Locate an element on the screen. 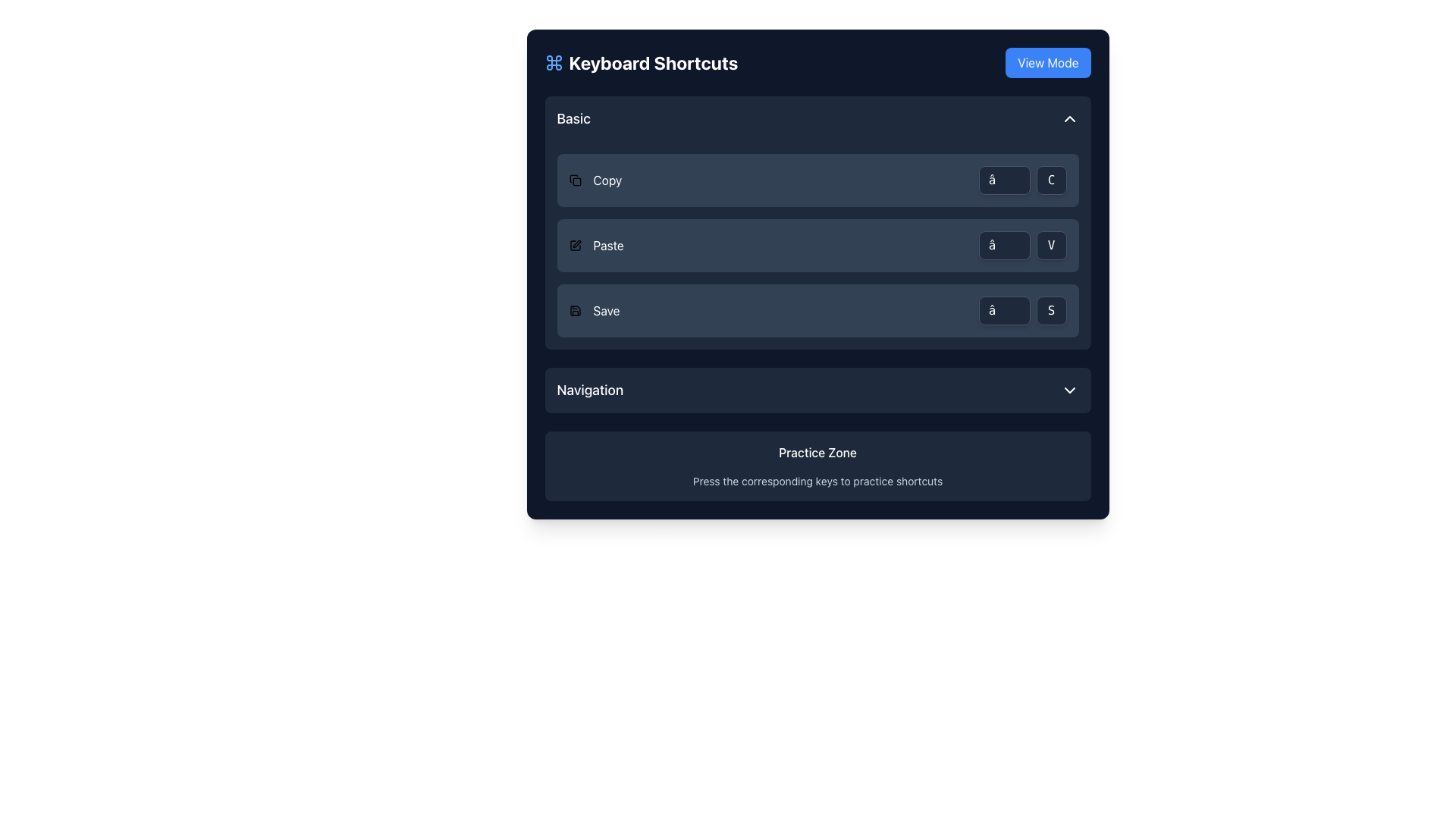 This screenshot has width=1456, height=819. the Keyboard shortcut indicator for the 'Save' function, which consists of the symbol (⌘) and the letter (S) styled as buttons with a dark background and white text is located at coordinates (1022, 309).